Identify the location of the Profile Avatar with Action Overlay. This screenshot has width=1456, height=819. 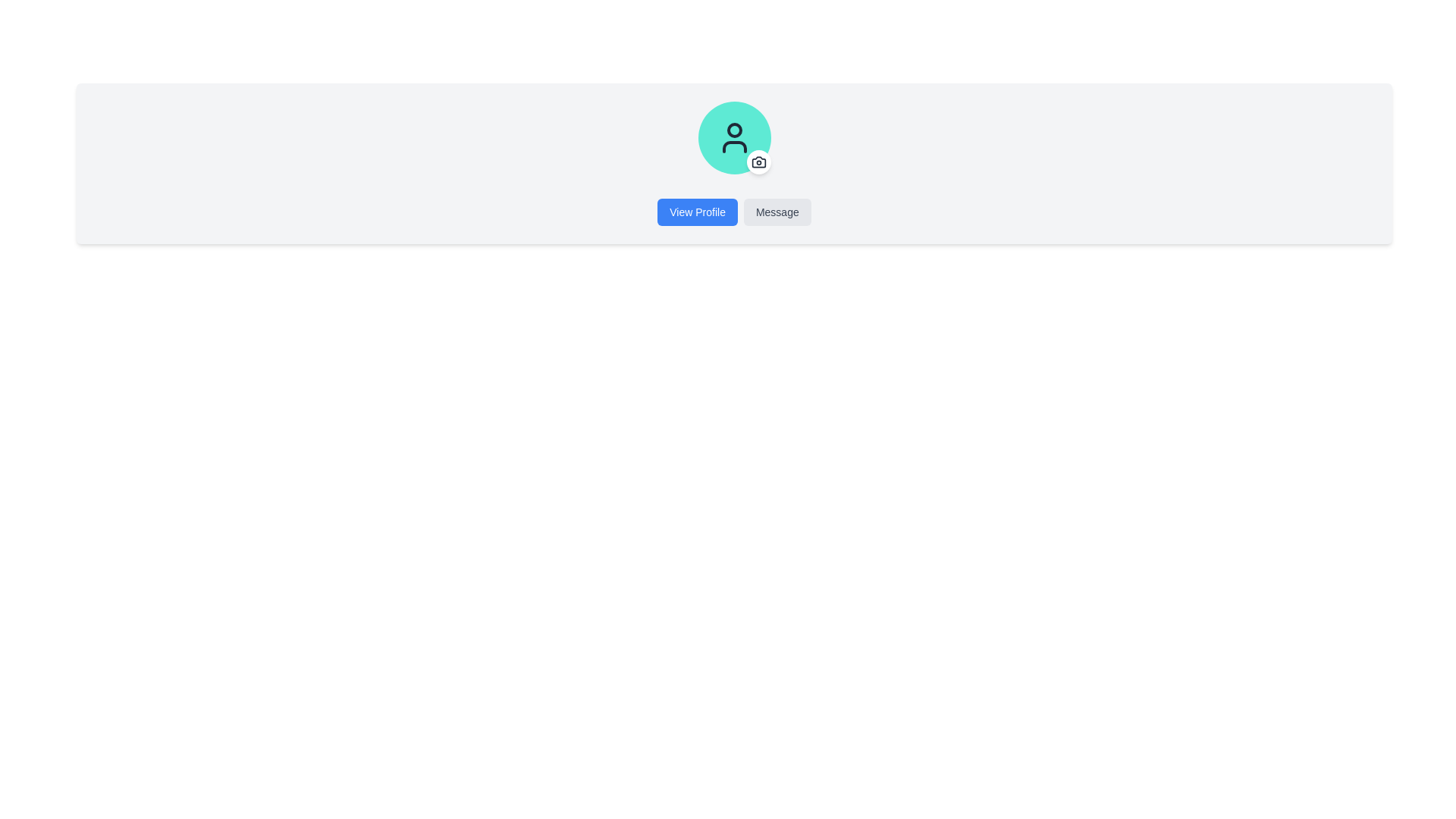
(734, 137).